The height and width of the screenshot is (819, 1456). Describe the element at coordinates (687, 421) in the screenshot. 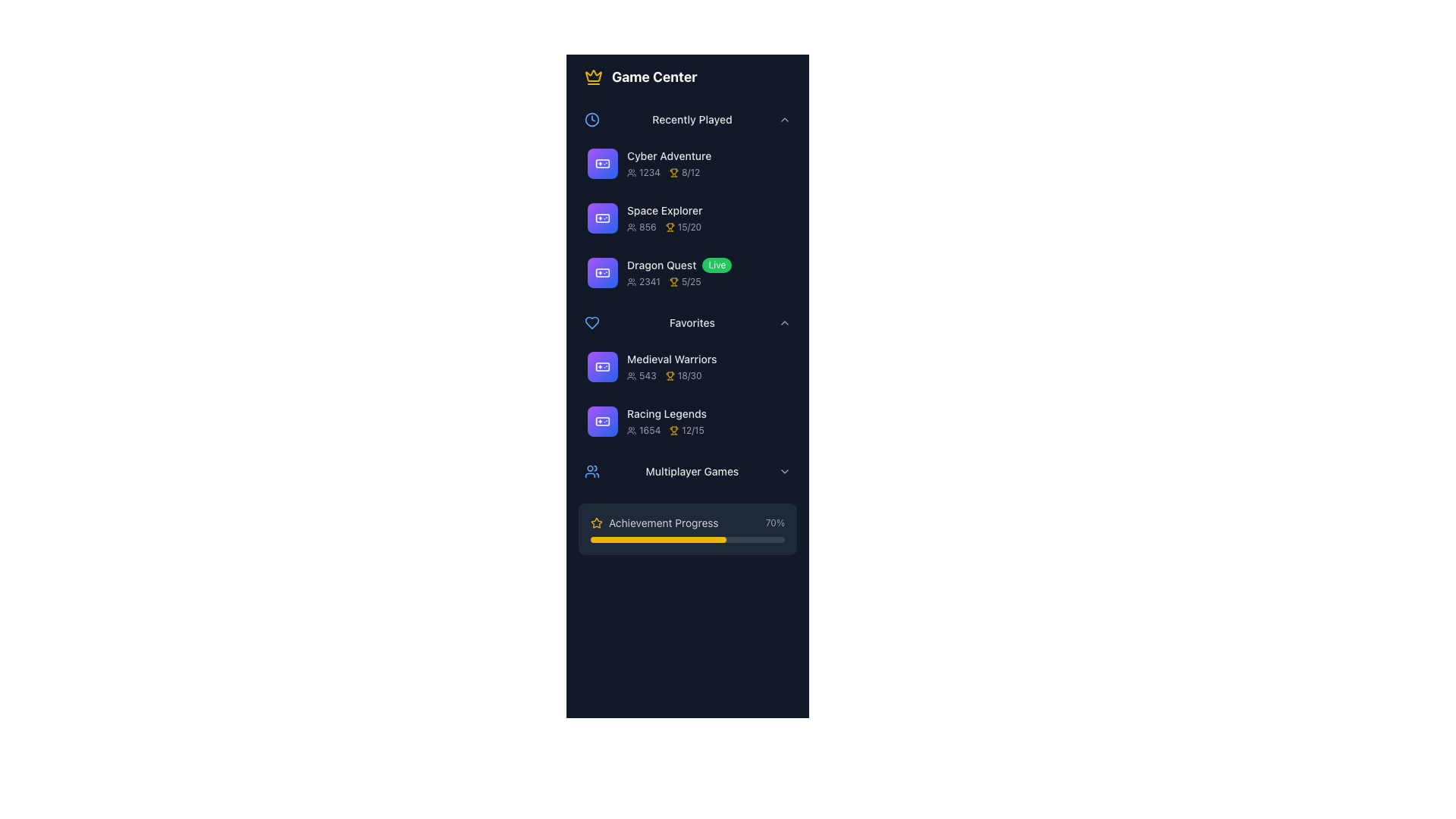

I see `the game entry list item displaying the title 'Racing Legends' with associated metadata, located under the 'Favorites' section` at that location.